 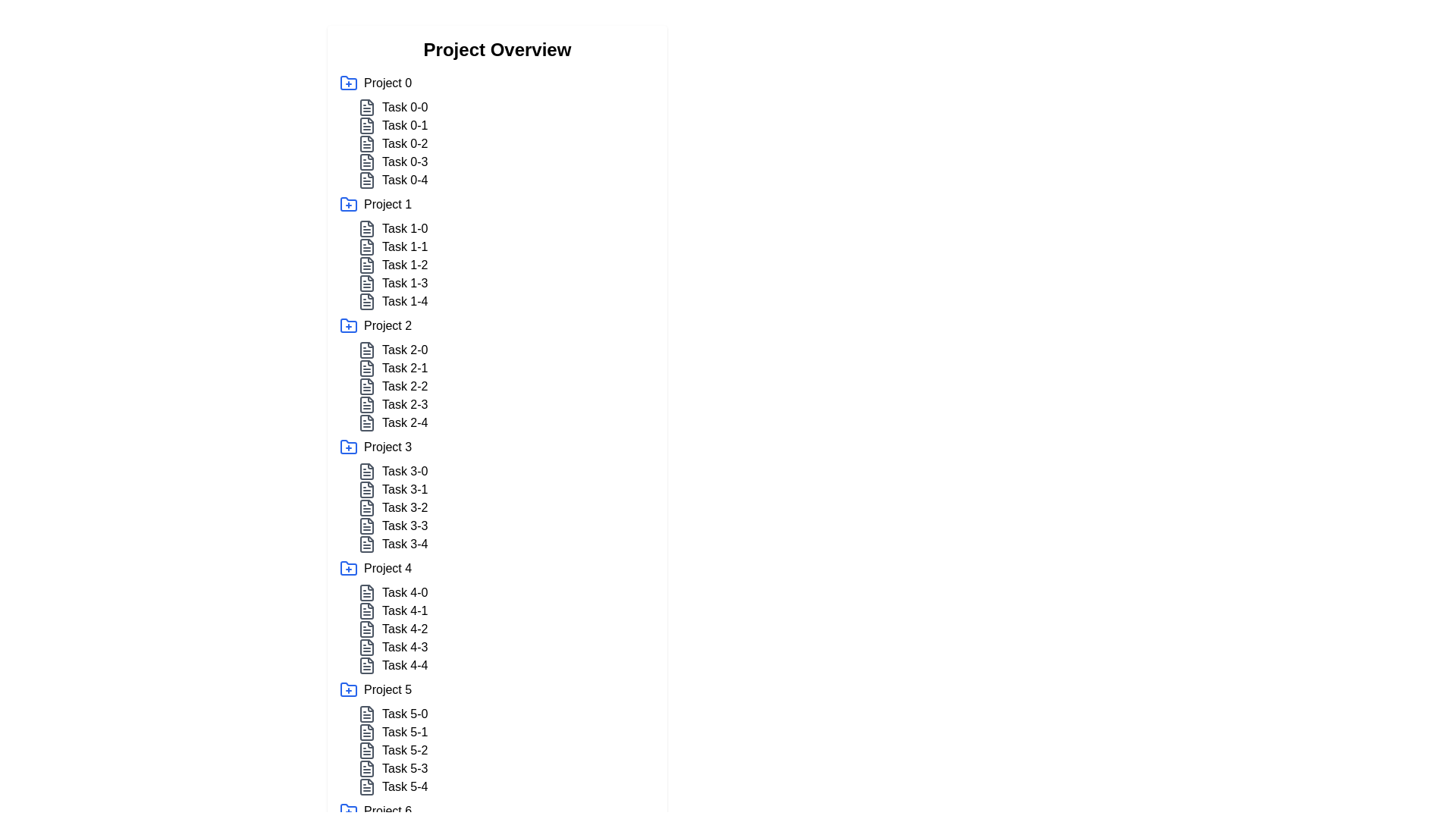 What do you see at coordinates (367, 769) in the screenshot?
I see `the leftmost icon associated with 'Task 5-3' in the list under 'Project 5' to indicate selection` at bounding box center [367, 769].